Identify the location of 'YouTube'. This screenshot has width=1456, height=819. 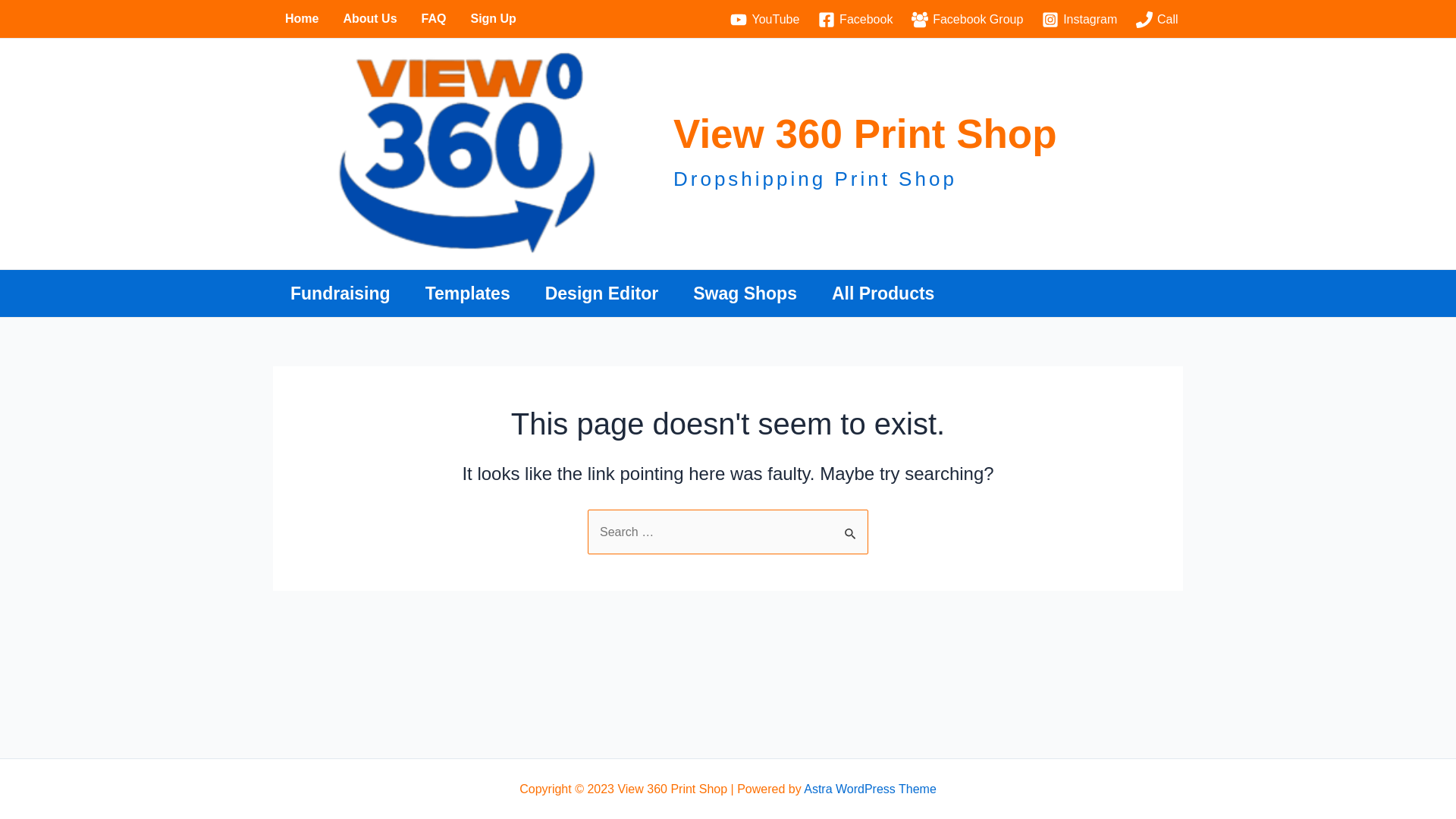
(724, 20).